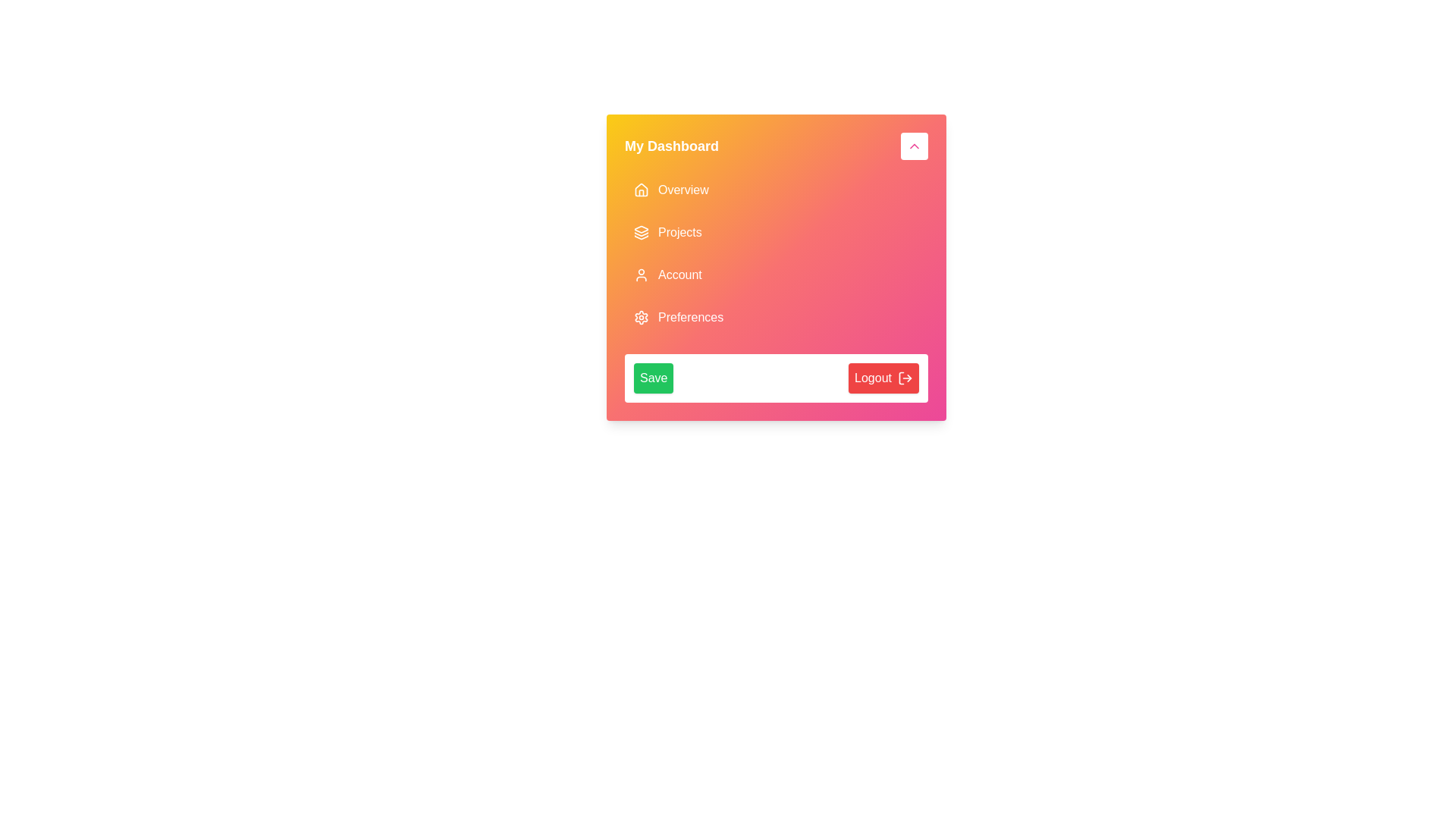 This screenshot has width=1456, height=819. Describe the element at coordinates (641, 317) in the screenshot. I see `the circular gear-like icon located on the right-hand side of the title 'My Dashboard'` at that location.